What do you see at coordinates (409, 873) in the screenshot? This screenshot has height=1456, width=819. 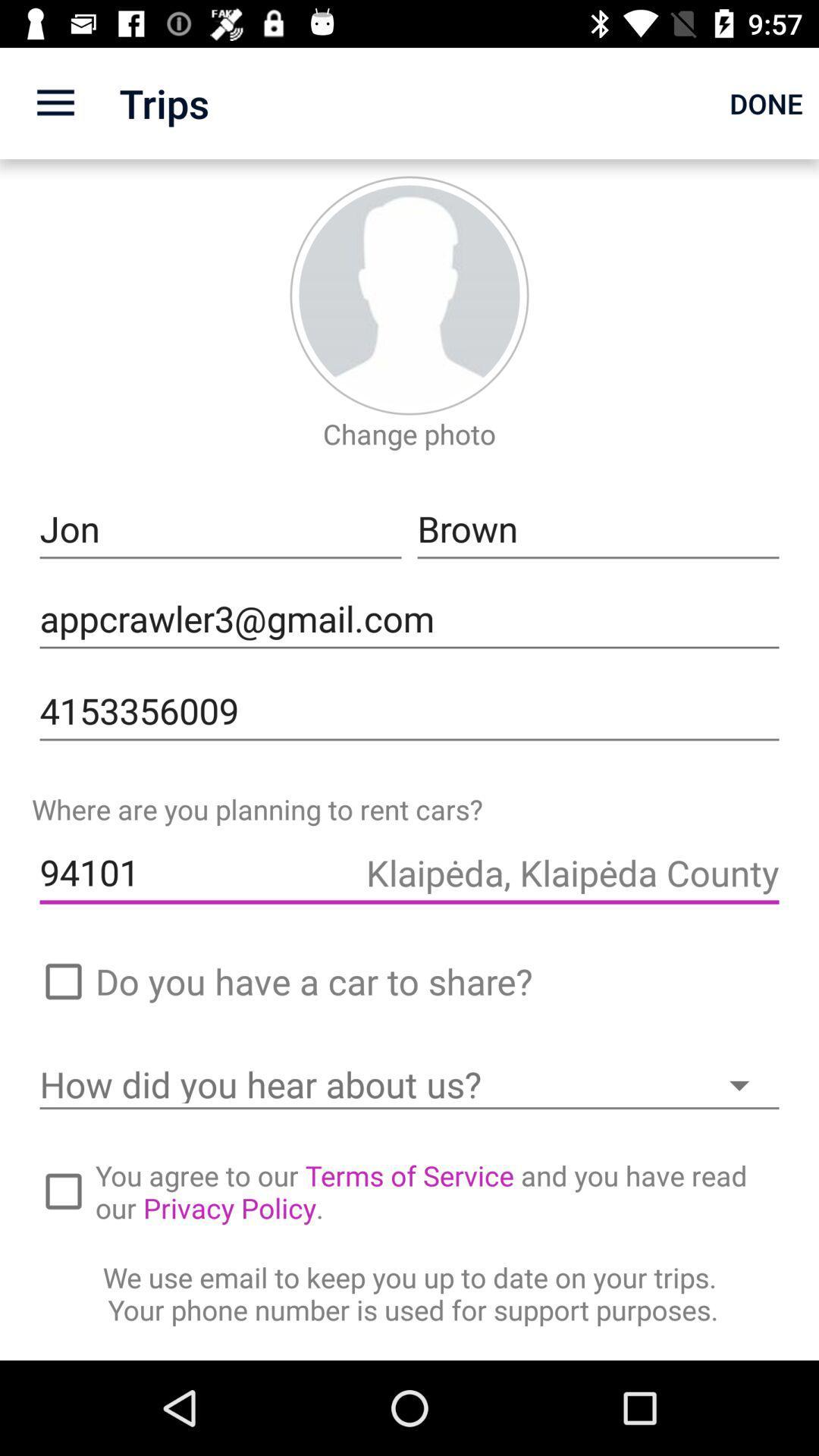 I see `the icon above the do you have` at bounding box center [409, 873].